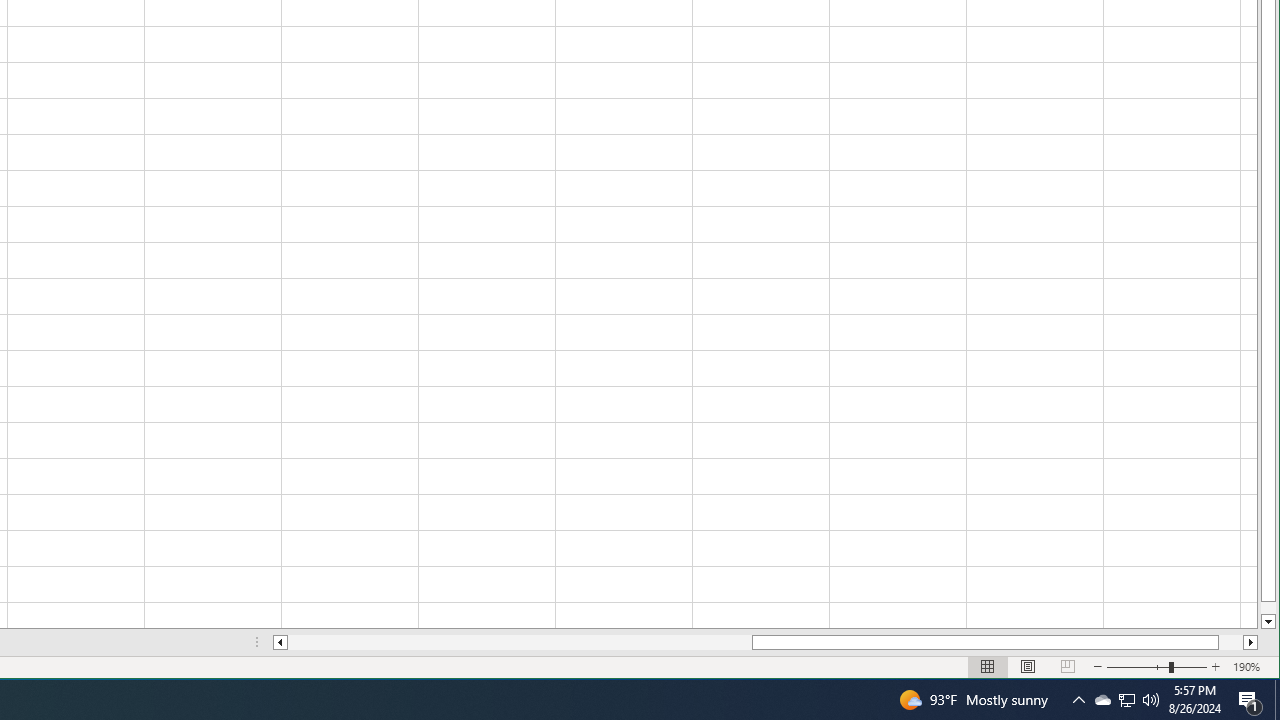  What do you see at coordinates (1276, 698) in the screenshot?
I see `'Show desktop'` at bounding box center [1276, 698].